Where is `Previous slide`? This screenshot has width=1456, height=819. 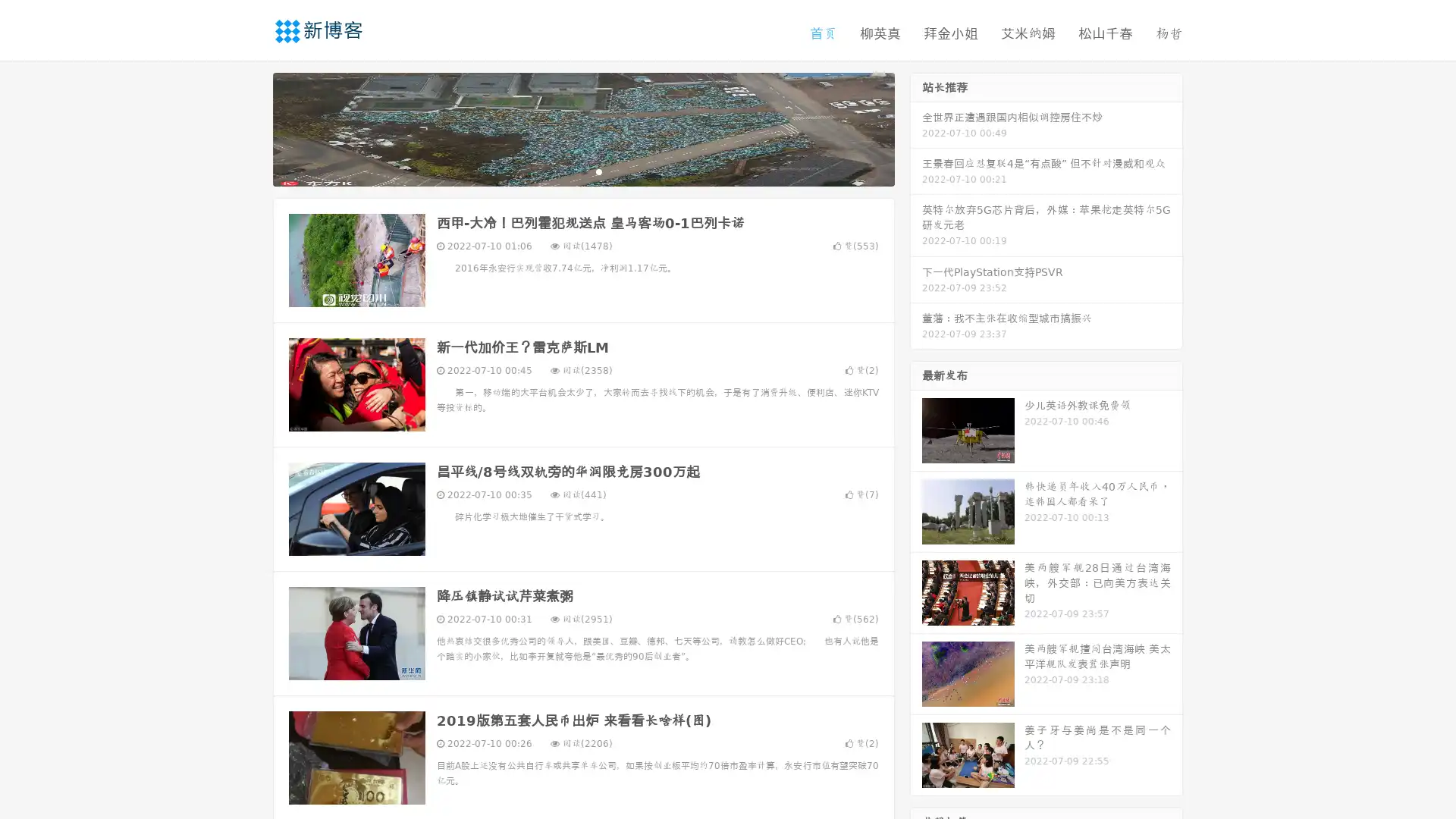 Previous slide is located at coordinates (250, 127).